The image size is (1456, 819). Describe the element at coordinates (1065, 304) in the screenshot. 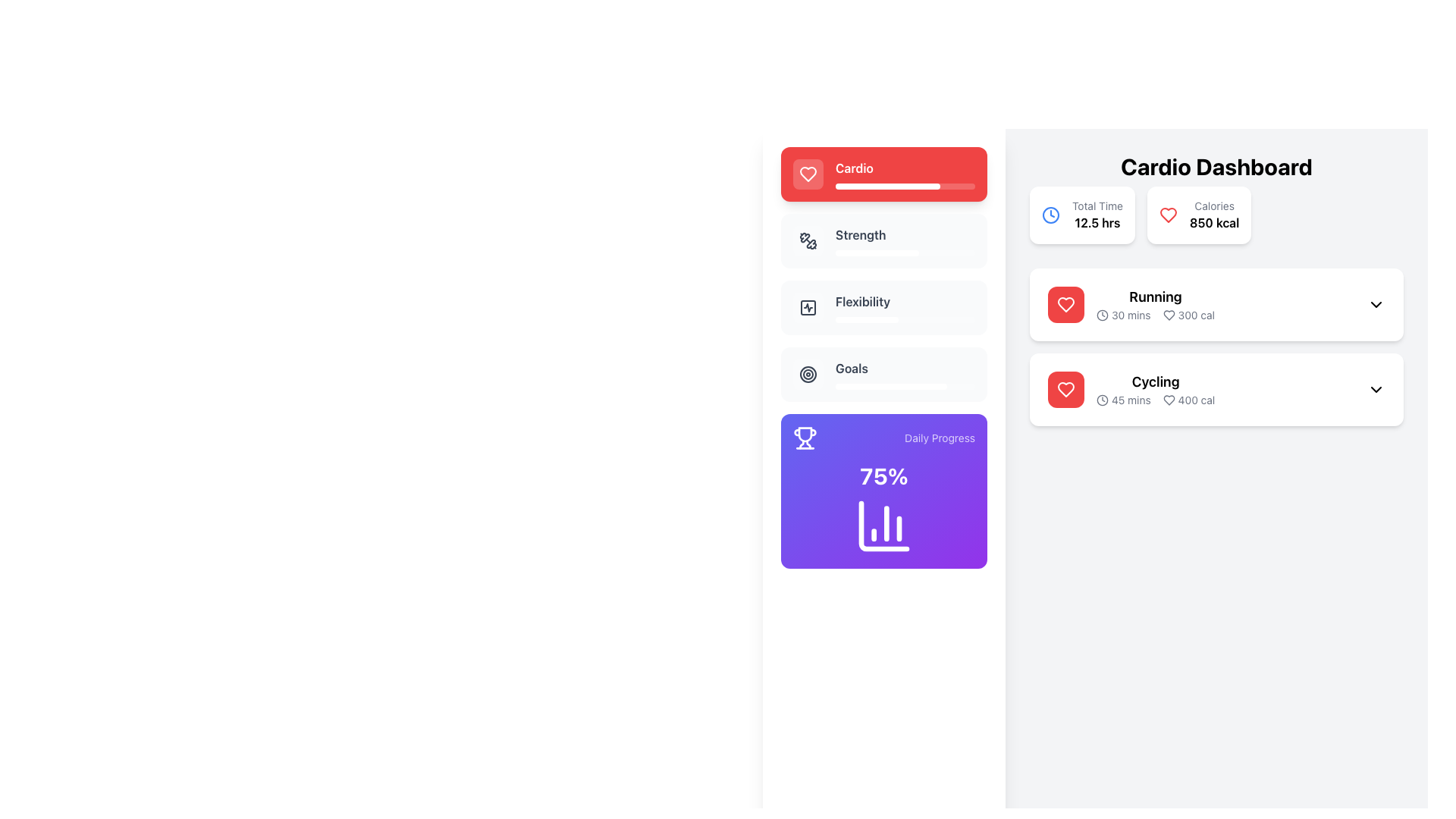

I see `the heart-shaped icon outlined in red located in the 'Cardio' section of the sidebar menu to the left of the text 'Cardio'` at that location.